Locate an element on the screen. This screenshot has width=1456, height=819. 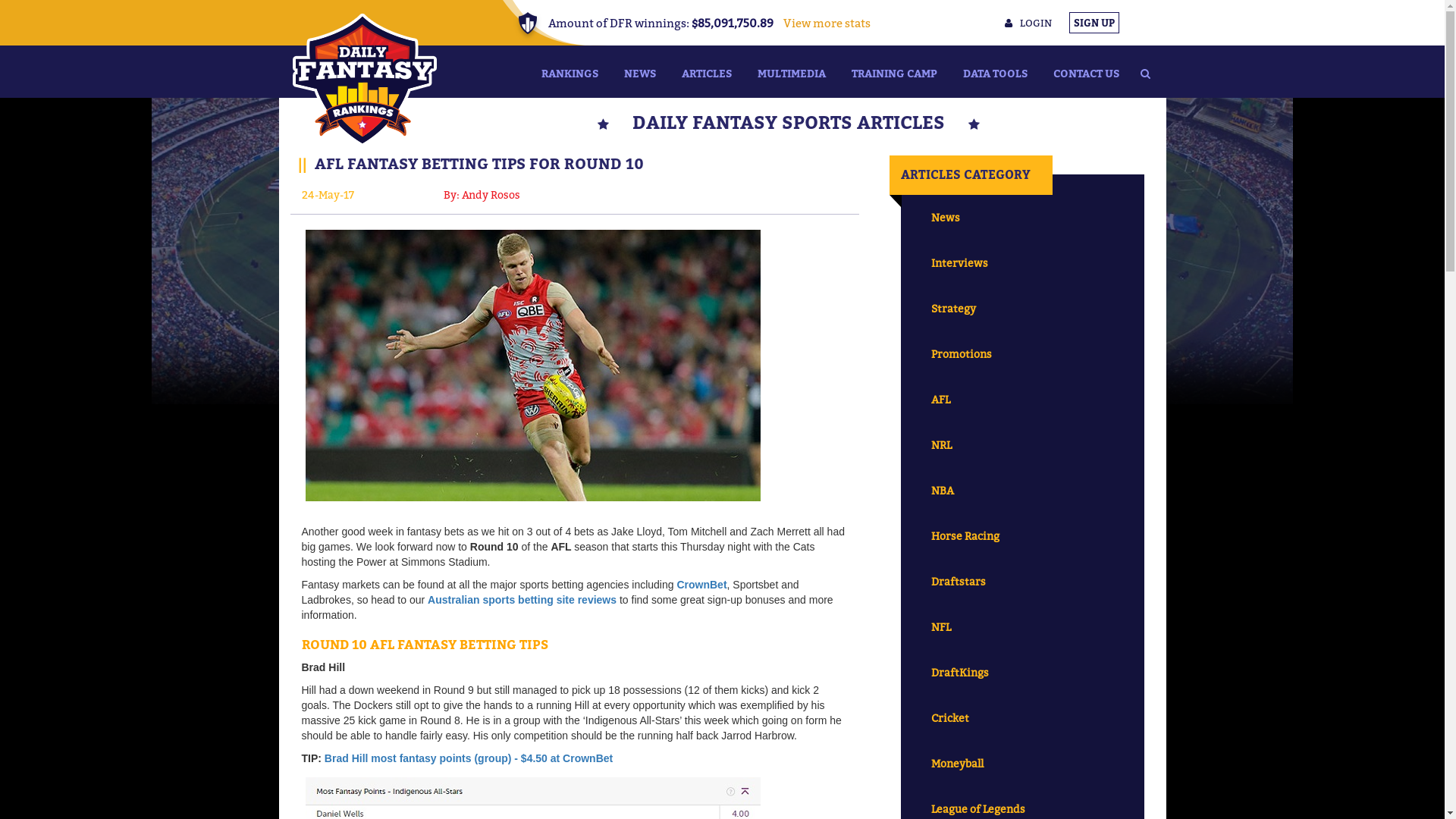
'Cricket' is located at coordinates (1022, 717).